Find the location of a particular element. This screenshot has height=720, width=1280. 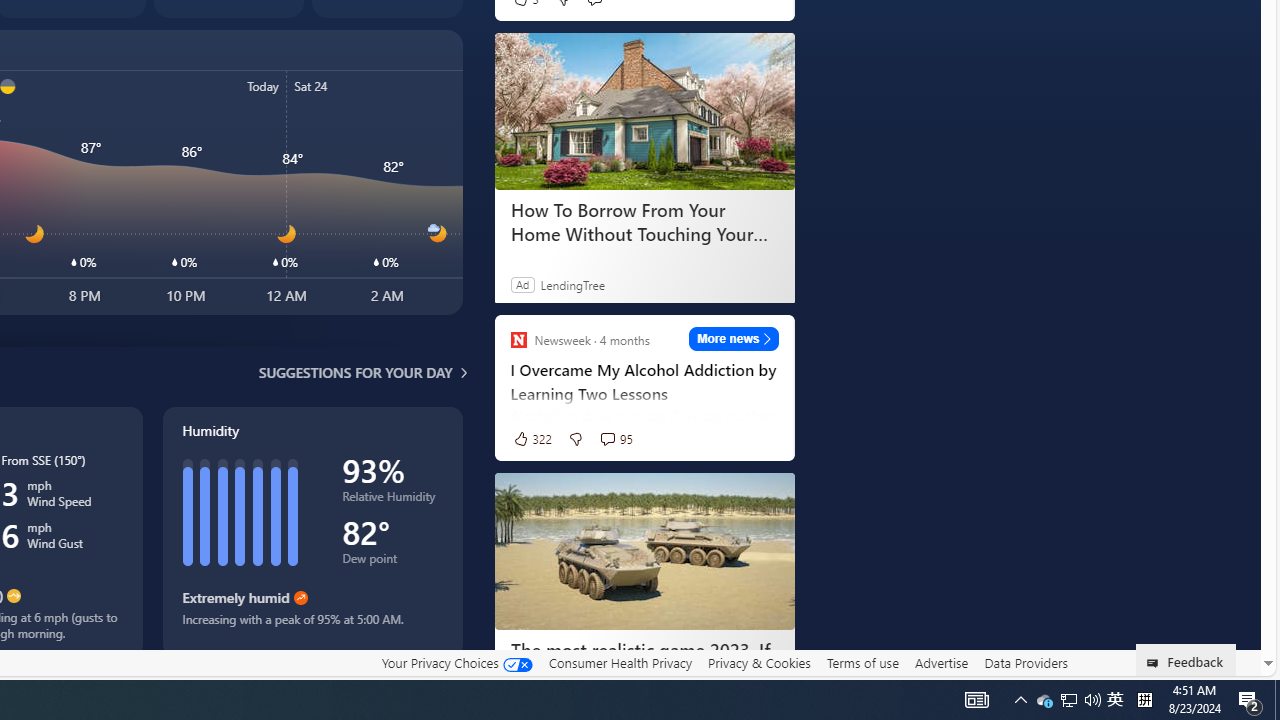

'Increasing with a peak of 95% at 5:00 AM.' is located at coordinates (311, 626).